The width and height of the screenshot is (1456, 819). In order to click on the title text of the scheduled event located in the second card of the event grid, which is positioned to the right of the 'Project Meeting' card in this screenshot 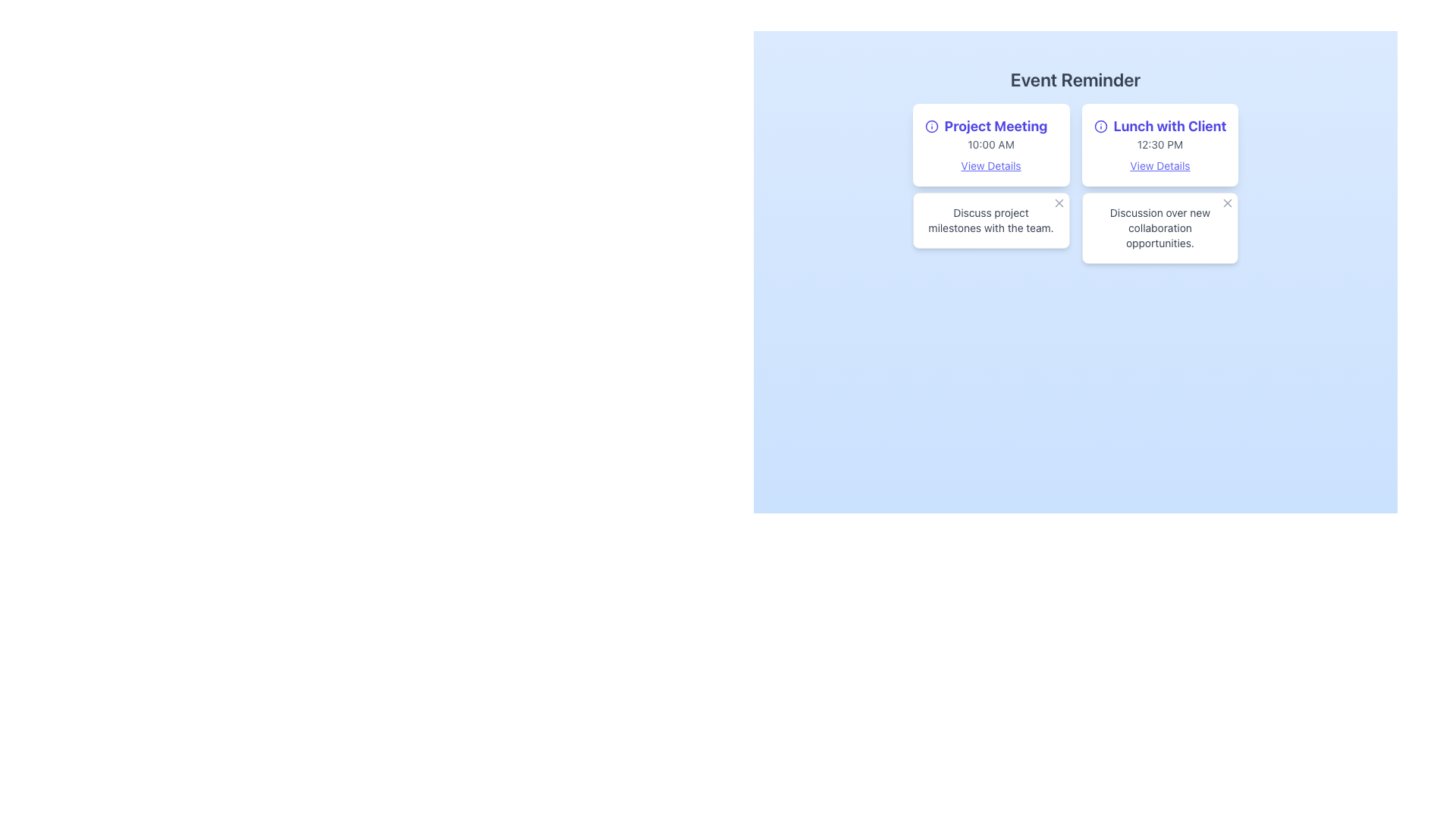, I will do `click(1159, 125)`.